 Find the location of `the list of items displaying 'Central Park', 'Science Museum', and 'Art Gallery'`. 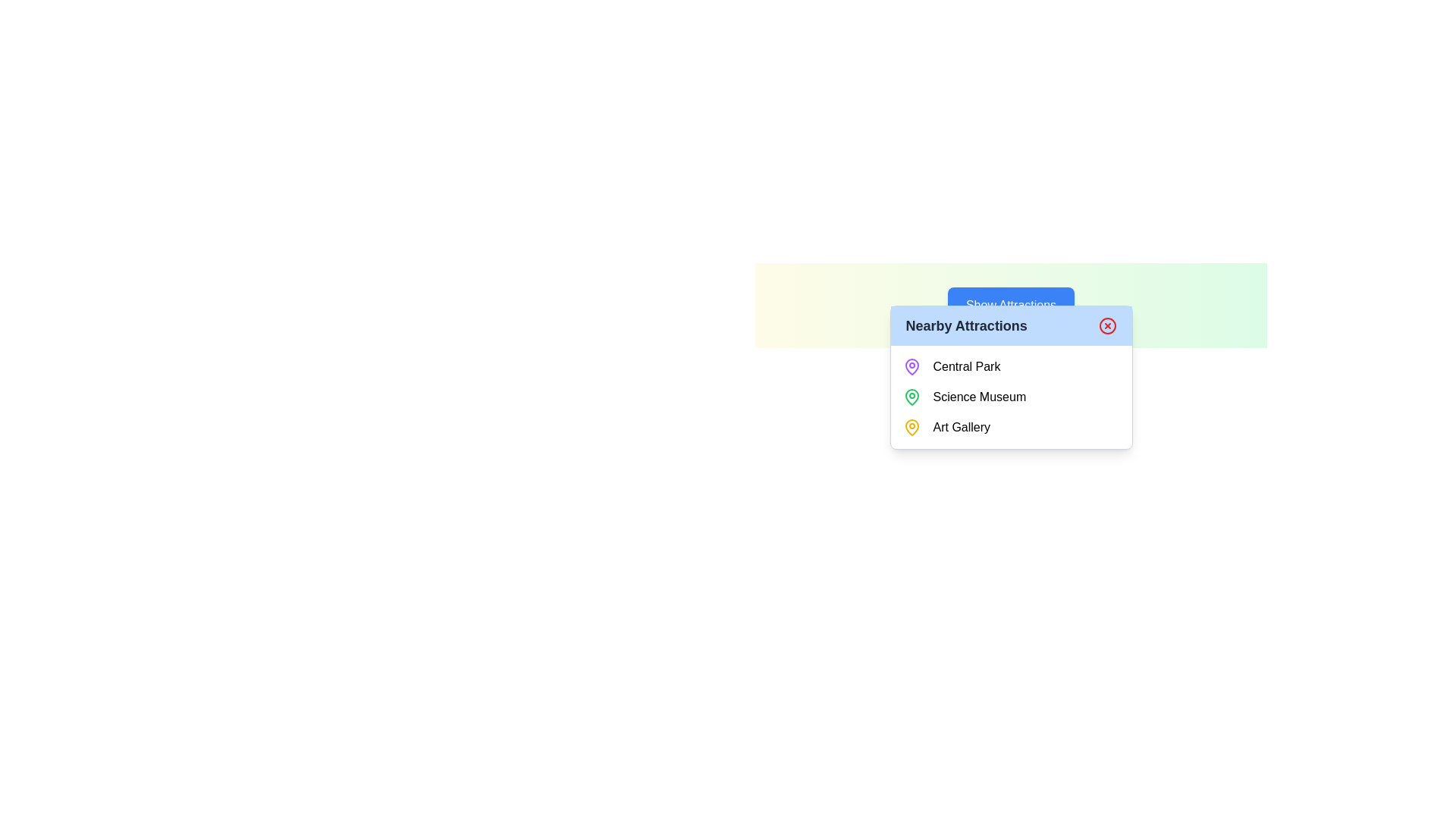

the list of items displaying 'Central Park', 'Science Museum', and 'Art Gallery' is located at coordinates (1011, 397).